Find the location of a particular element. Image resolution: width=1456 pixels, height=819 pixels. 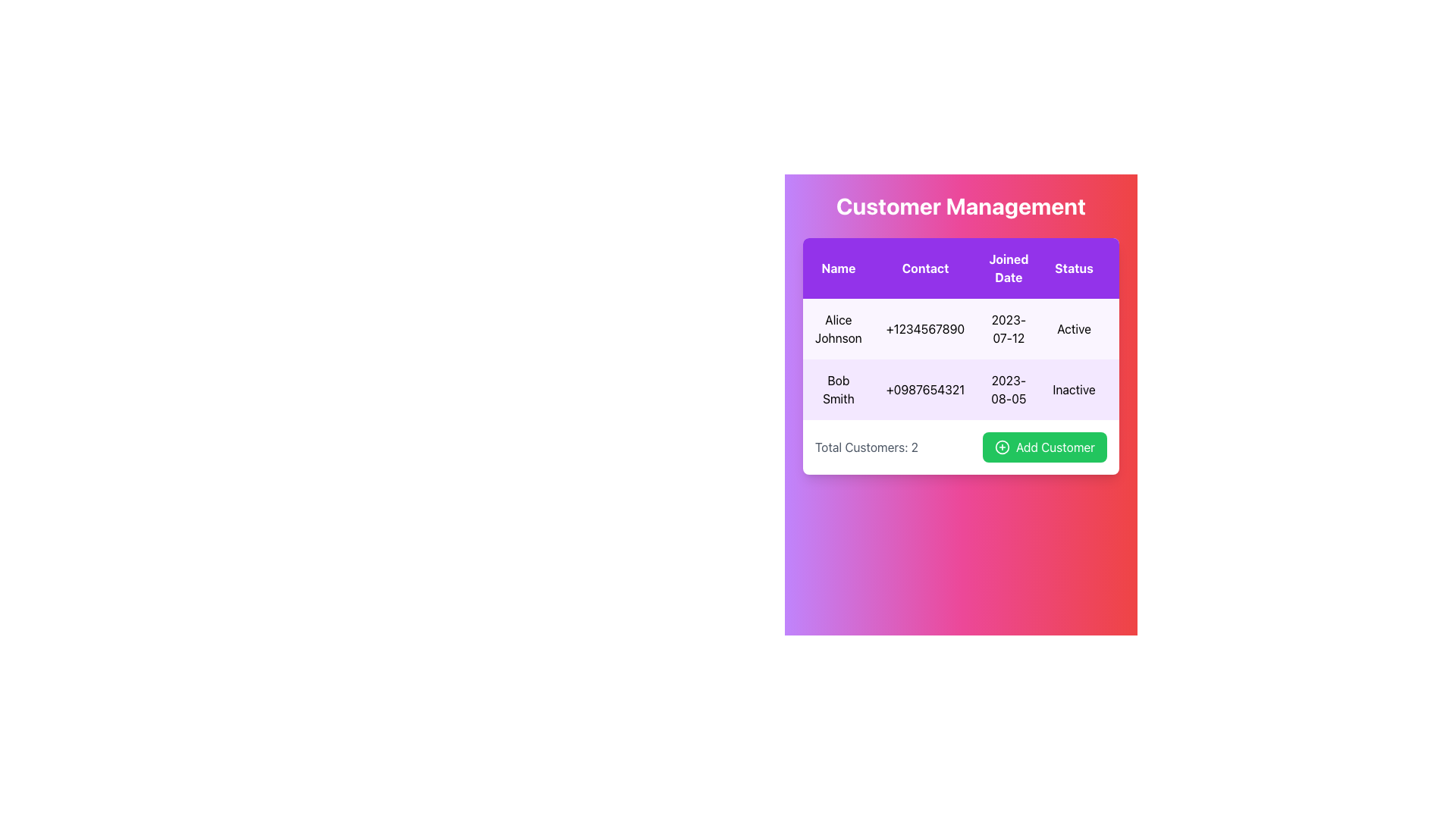

the pen icon styled in SVG format located adjacent to the 'Status' column is located at coordinates (1131, 327).